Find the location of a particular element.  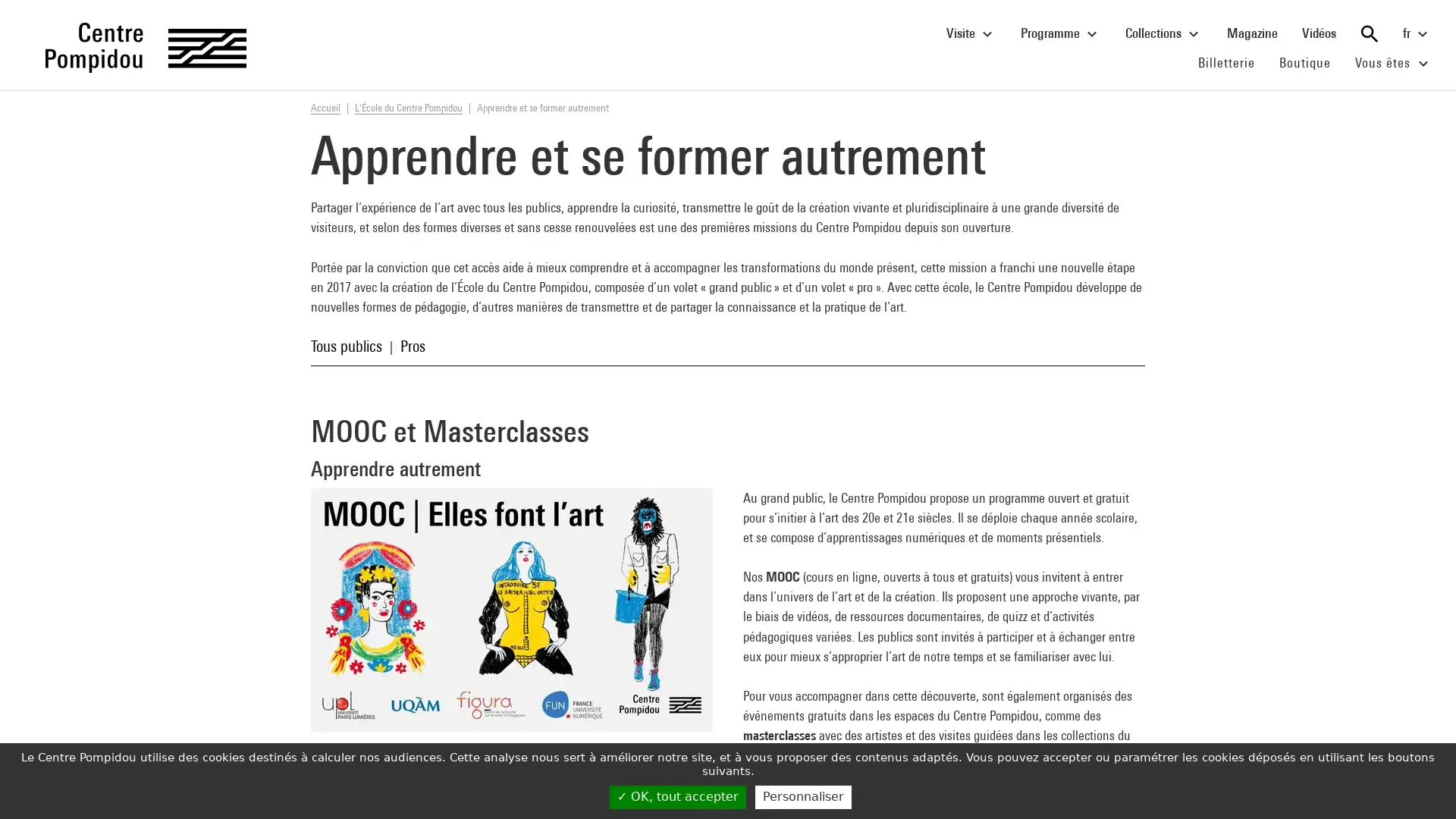

OK, tout accepter is located at coordinates (676, 796).